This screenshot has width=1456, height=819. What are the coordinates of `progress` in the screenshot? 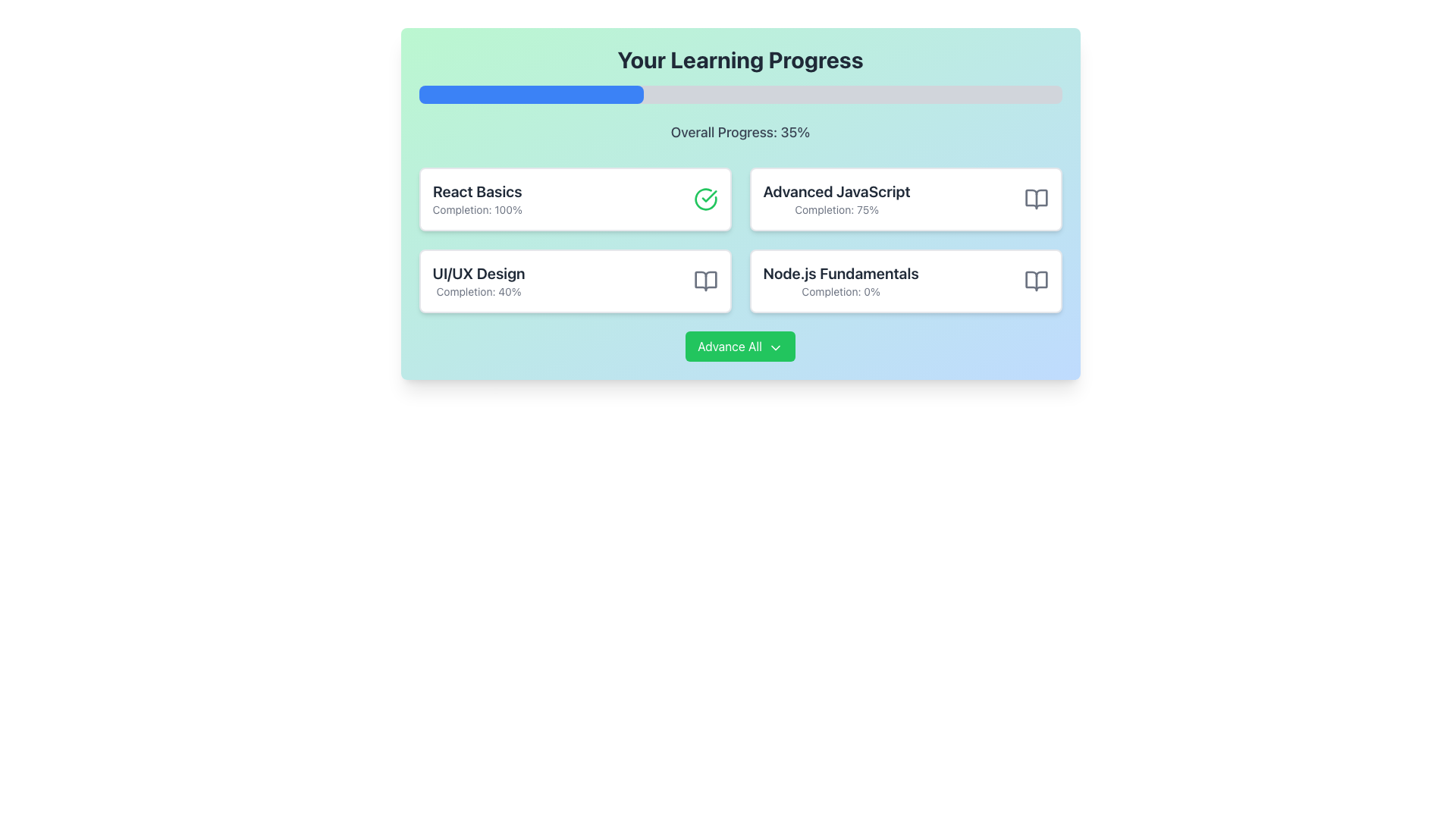 It's located at (496, 94).